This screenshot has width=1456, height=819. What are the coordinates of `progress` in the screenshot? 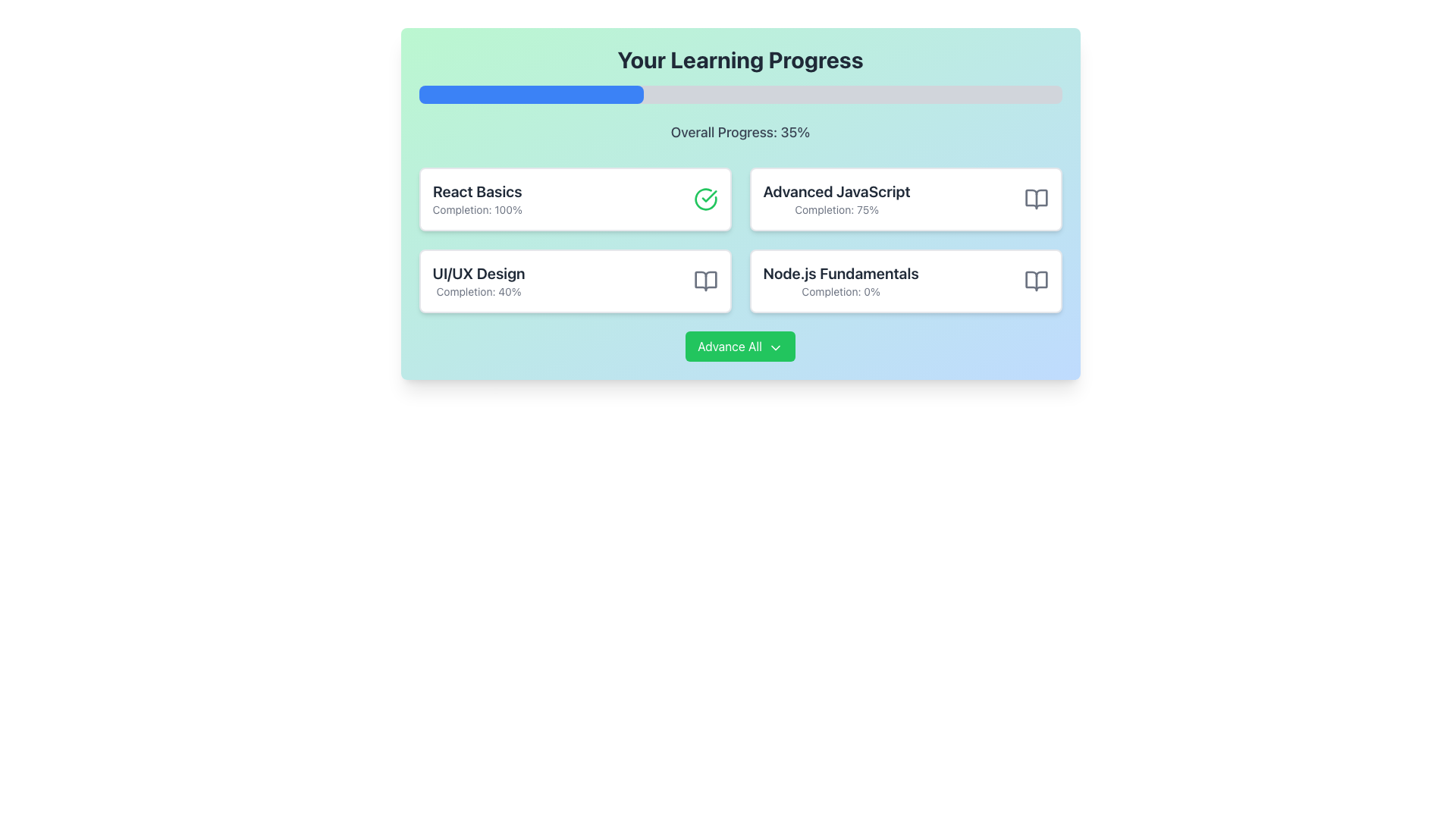 It's located at (496, 94).